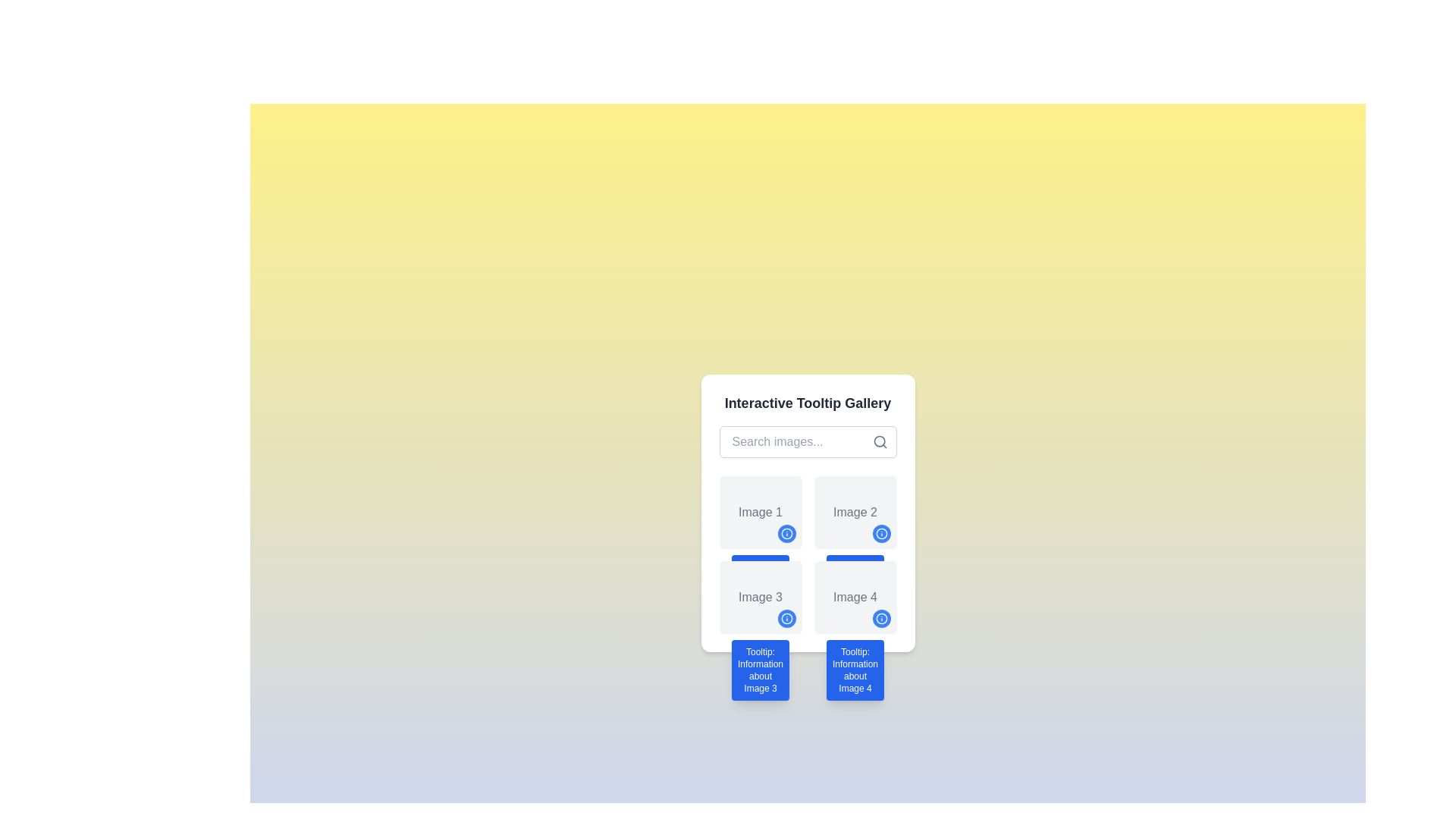  What do you see at coordinates (881, 619) in the screenshot?
I see `the outermost circular boundary of the tooltip icon located at the bottom-right corner of the 'Image 4' tile in the 'Interactive Tooltip Gallery'` at bounding box center [881, 619].